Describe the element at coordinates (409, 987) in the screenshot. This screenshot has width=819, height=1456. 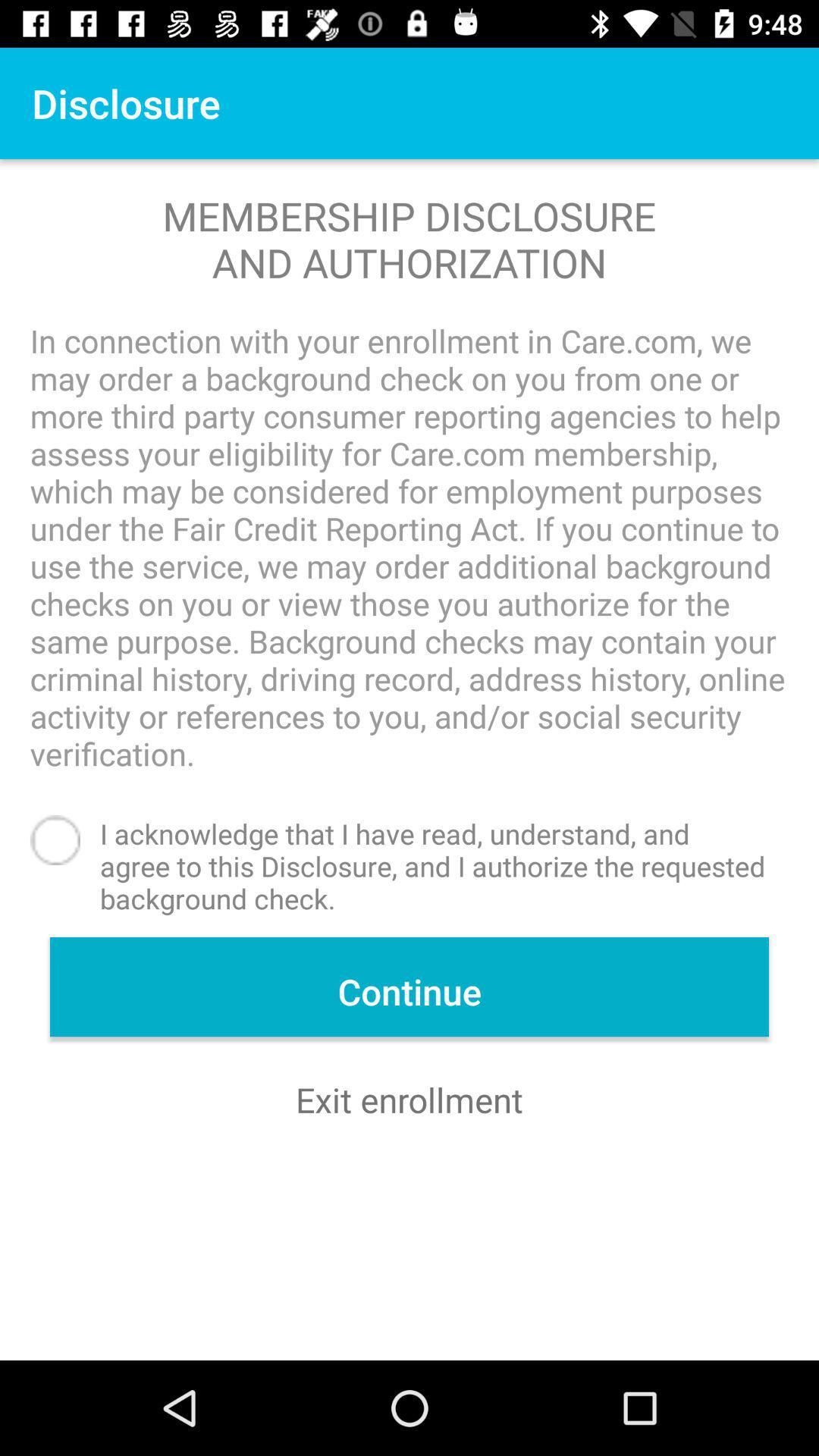
I see `the item below i acknowledge that` at that location.